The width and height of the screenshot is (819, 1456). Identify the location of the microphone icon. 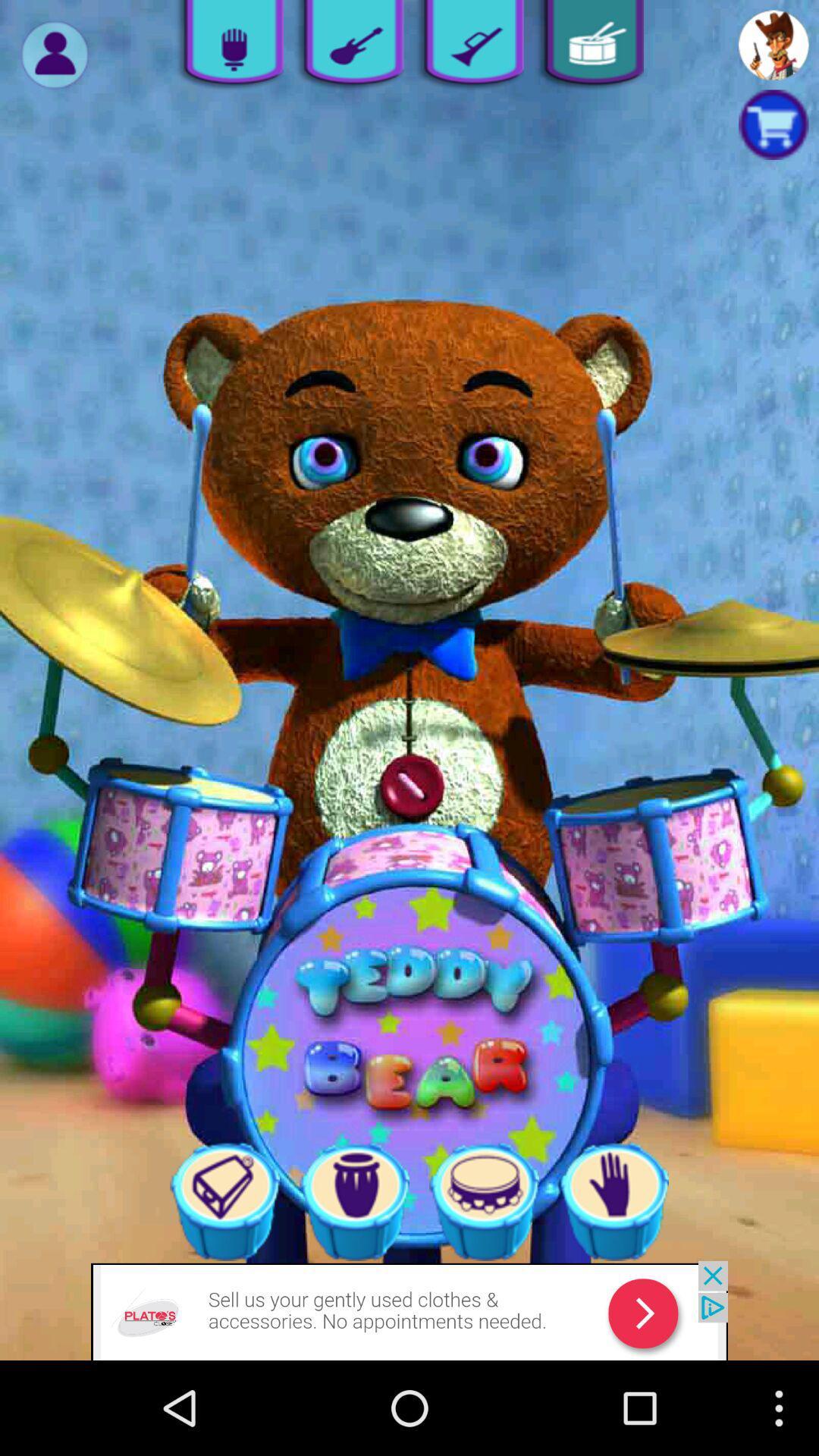
(228, 48).